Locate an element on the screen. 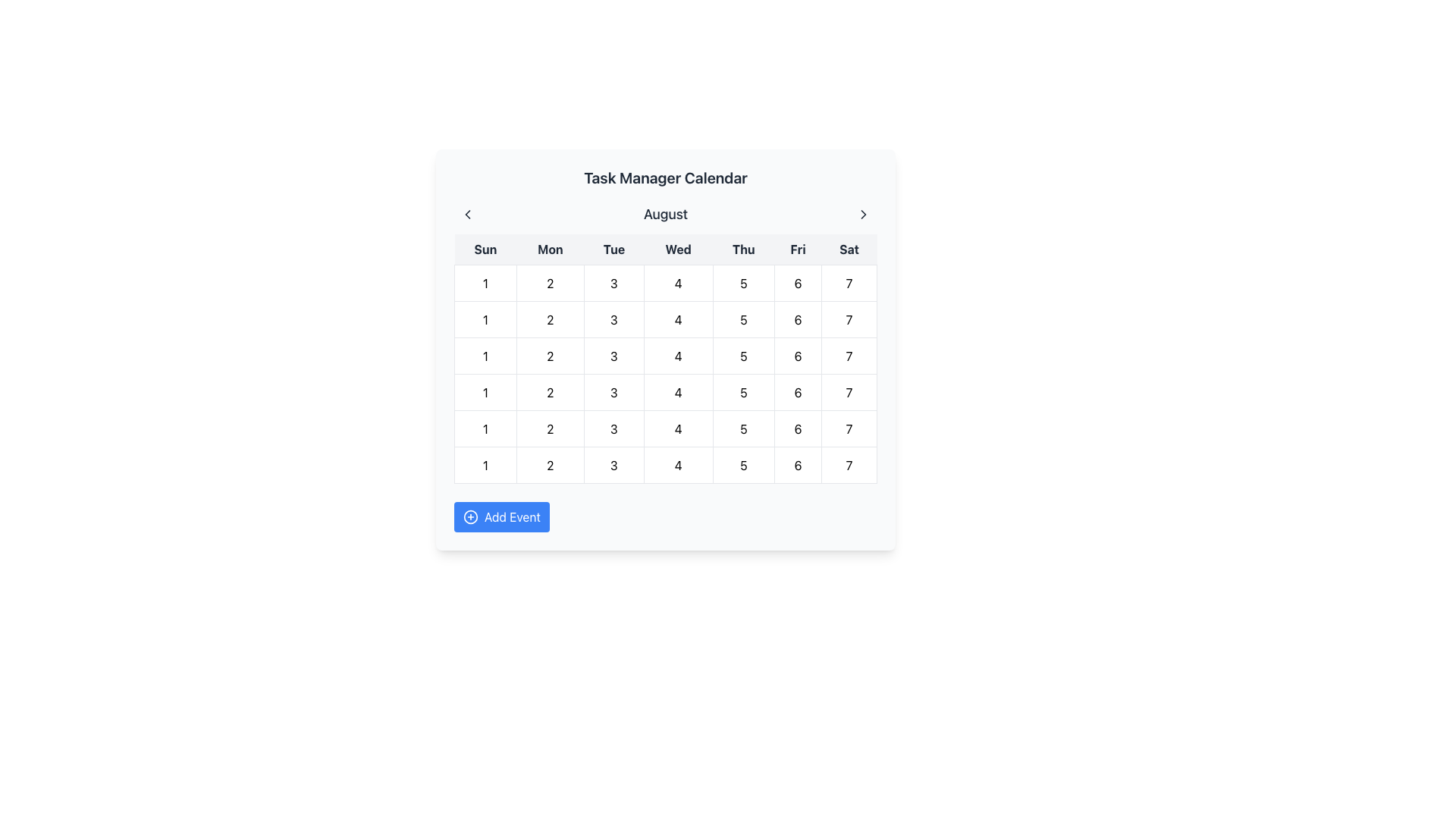 The width and height of the screenshot is (1456, 819). the date element representing the 3rd is located at coordinates (613, 428).